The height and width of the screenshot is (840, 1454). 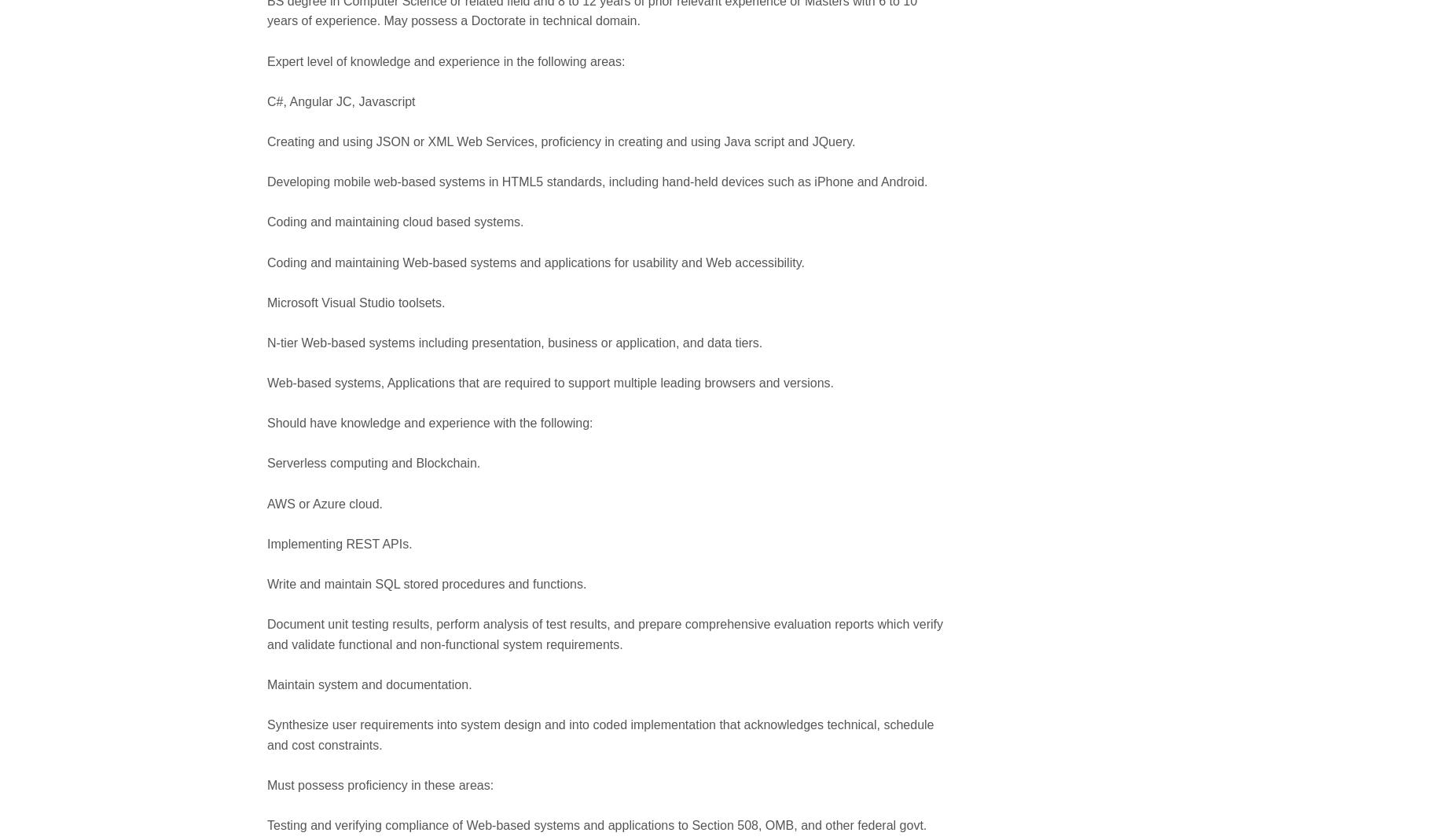 I want to click on 'Implementing REST APIs.', so click(x=338, y=542).